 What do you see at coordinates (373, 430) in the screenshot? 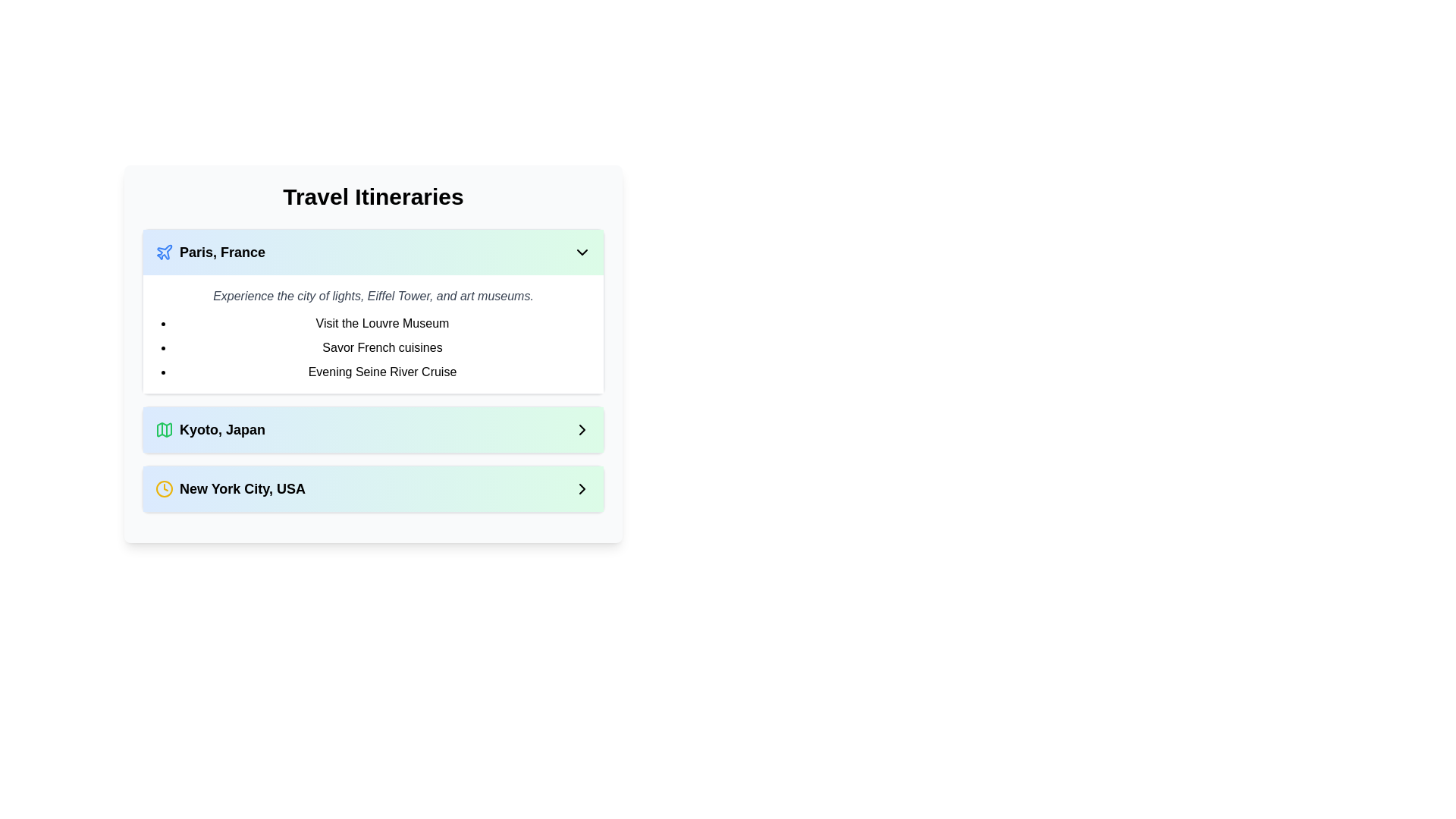
I see `the selectable list item for travel itineraries regarding Kyoto, Japan` at bounding box center [373, 430].